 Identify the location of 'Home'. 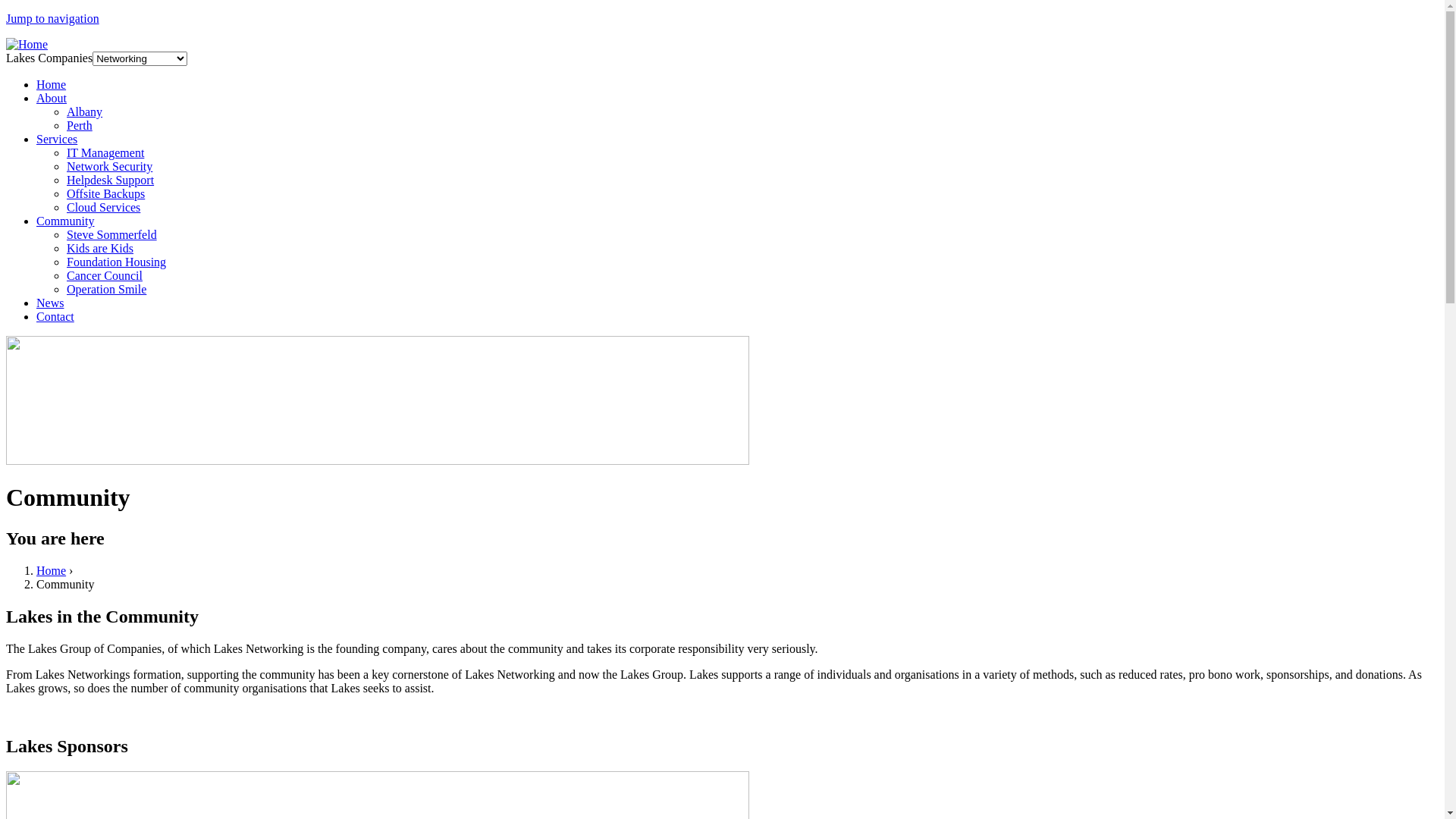
(51, 84).